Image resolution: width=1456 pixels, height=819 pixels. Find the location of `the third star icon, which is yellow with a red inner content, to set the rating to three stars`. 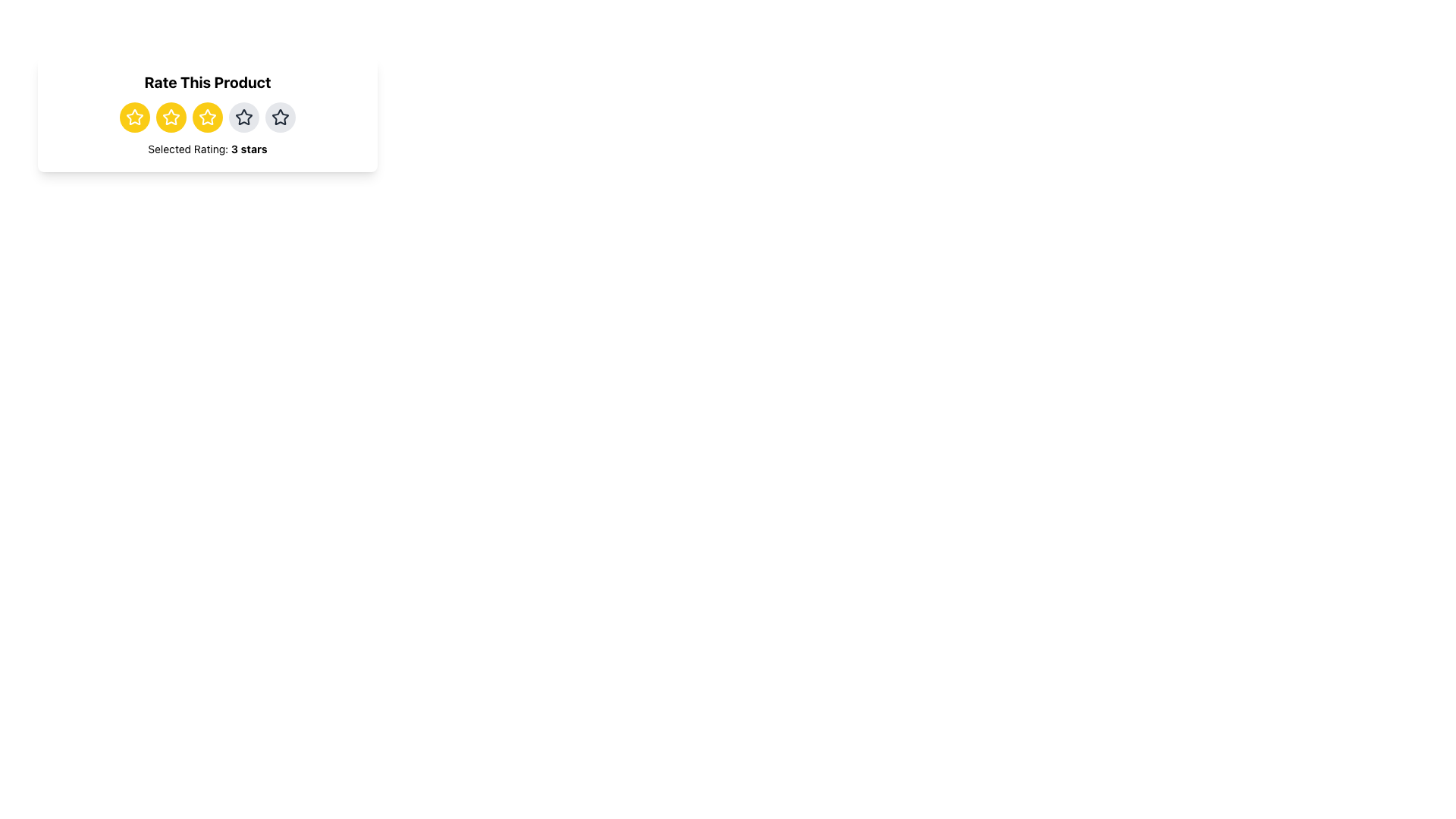

the third star icon, which is yellow with a red inner content, to set the rating to three stars is located at coordinates (206, 116).